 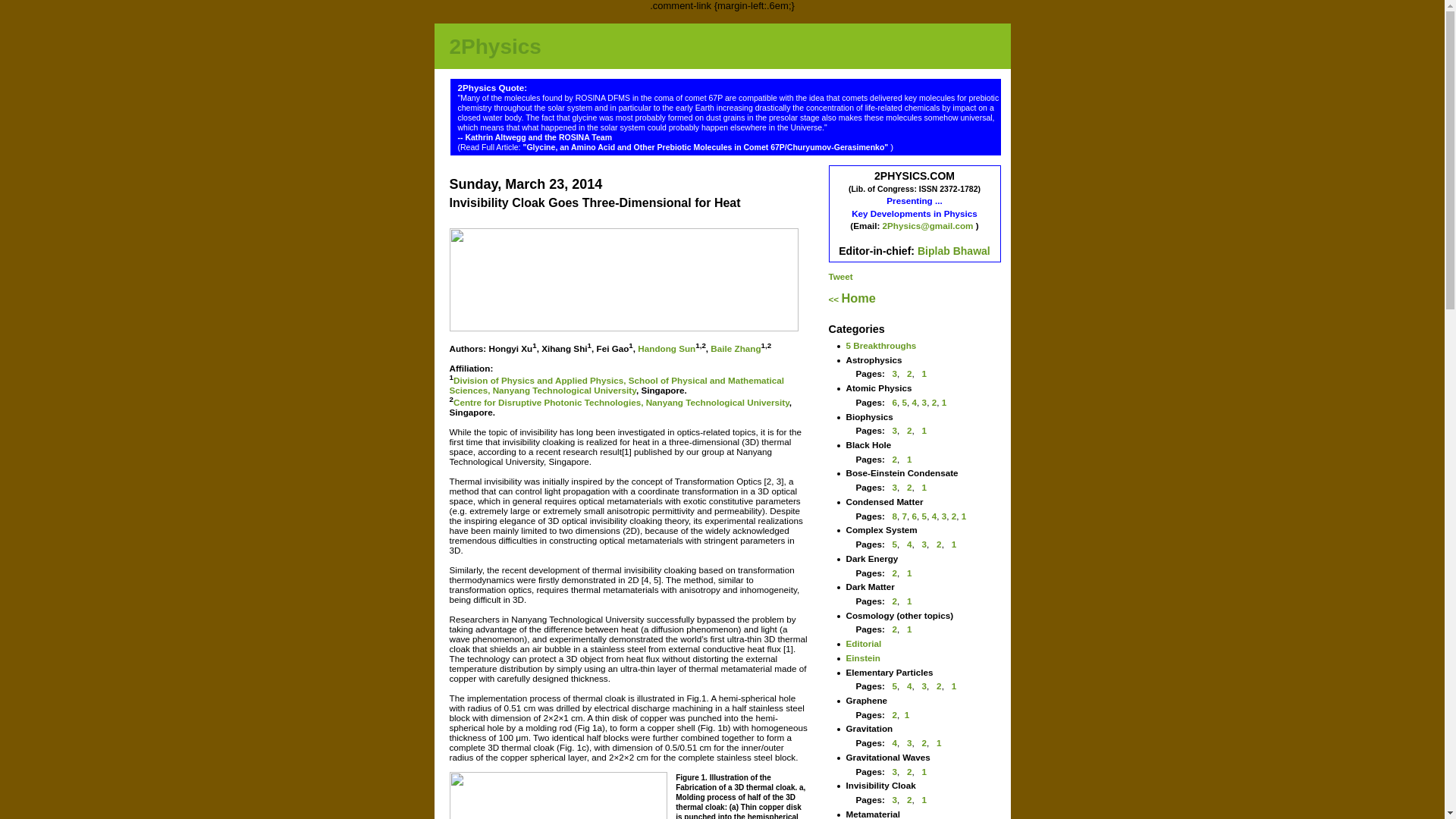 I want to click on '8', so click(x=895, y=515).